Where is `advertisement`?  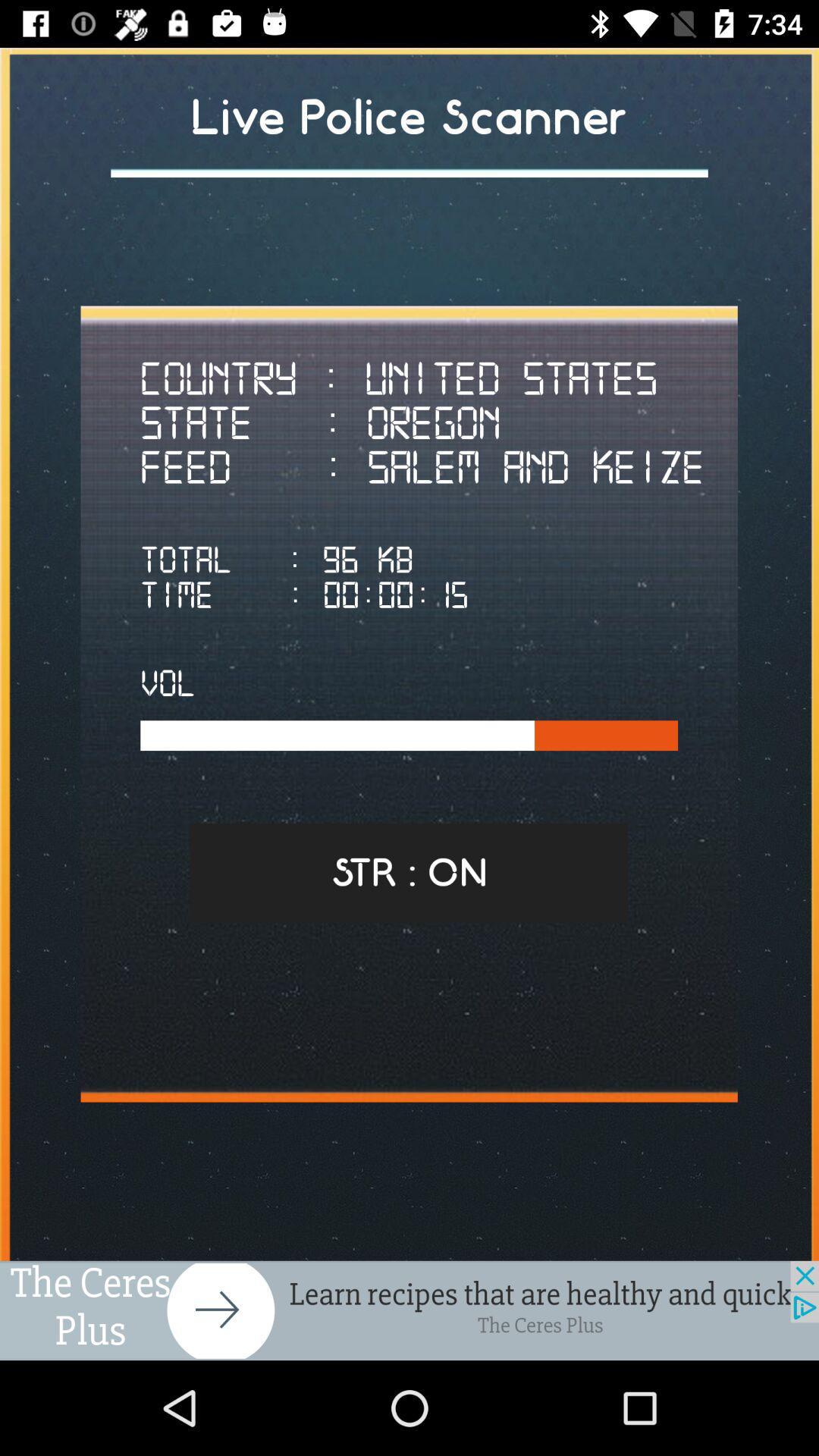
advertisement is located at coordinates (409, 1310).